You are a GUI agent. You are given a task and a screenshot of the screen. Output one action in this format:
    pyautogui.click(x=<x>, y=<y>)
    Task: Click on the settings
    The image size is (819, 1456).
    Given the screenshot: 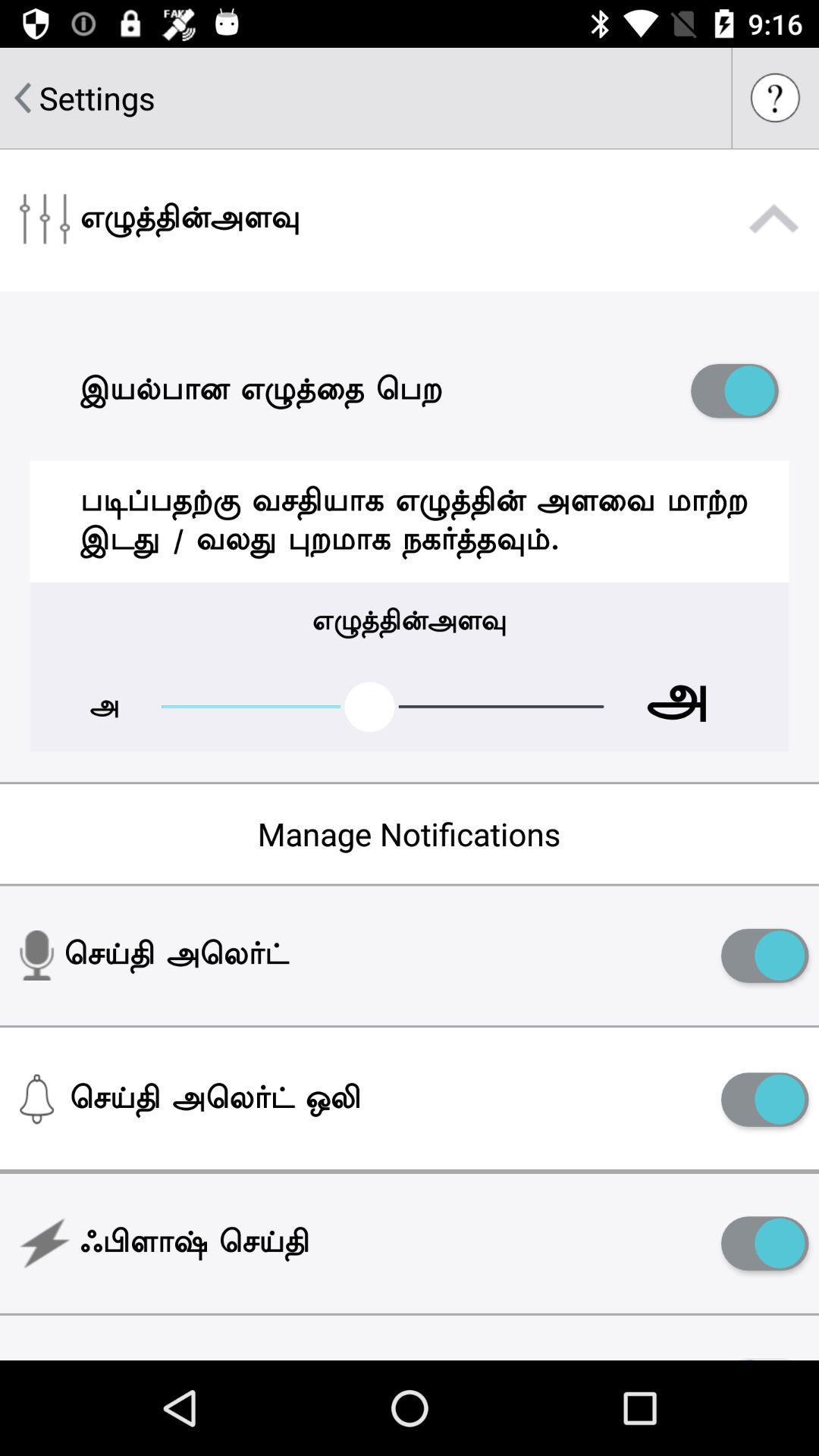 What is the action you would take?
    pyautogui.click(x=97, y=97)
    